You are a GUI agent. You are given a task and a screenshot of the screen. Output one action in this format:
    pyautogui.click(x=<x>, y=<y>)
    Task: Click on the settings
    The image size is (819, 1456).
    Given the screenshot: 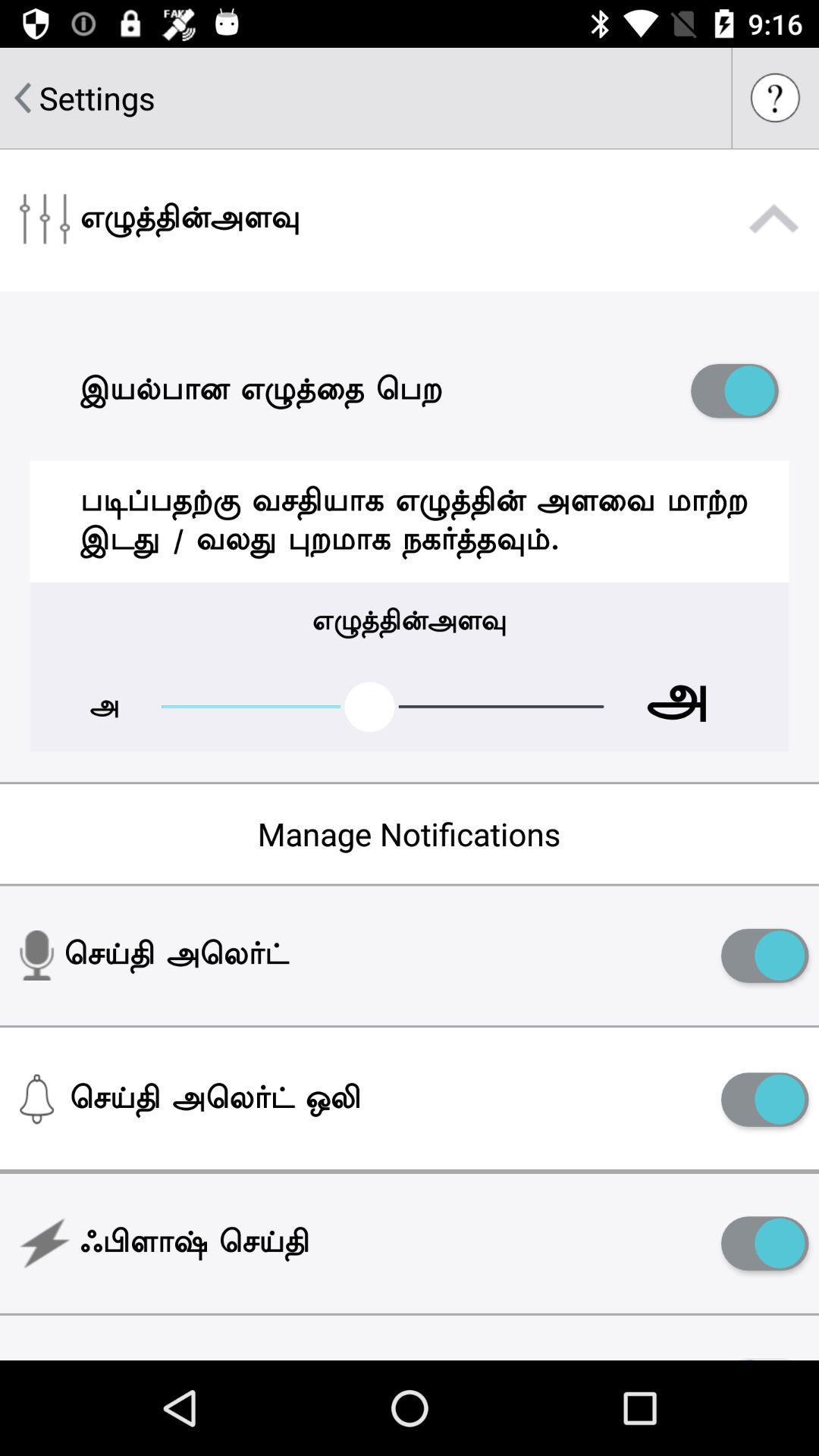 What is the action you would take?
    pyautogui.click(x=97, y=97)
    